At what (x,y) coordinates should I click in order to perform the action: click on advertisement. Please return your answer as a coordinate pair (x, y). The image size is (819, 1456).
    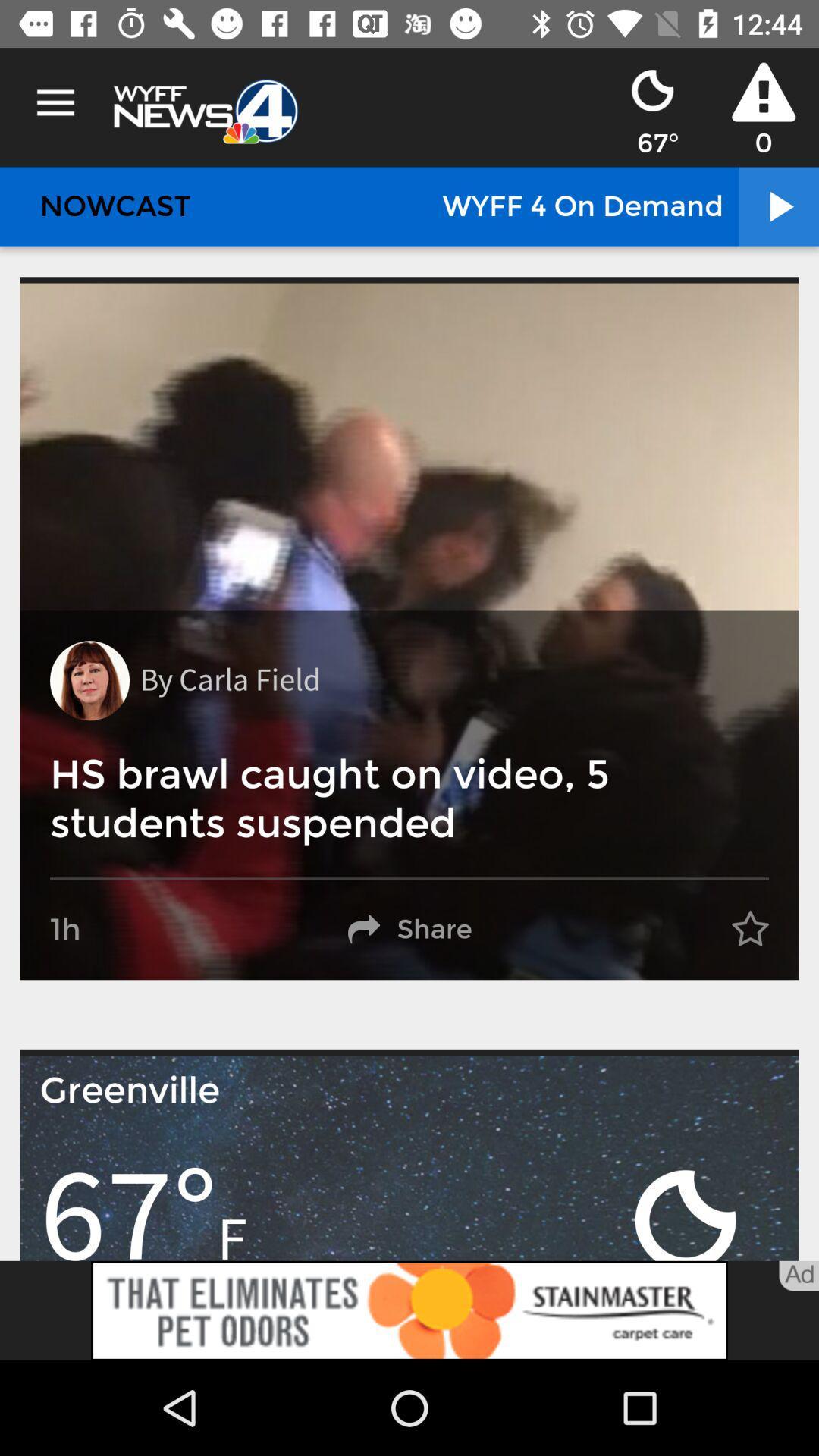
    Looking at the image, I should click on (409, 1310).